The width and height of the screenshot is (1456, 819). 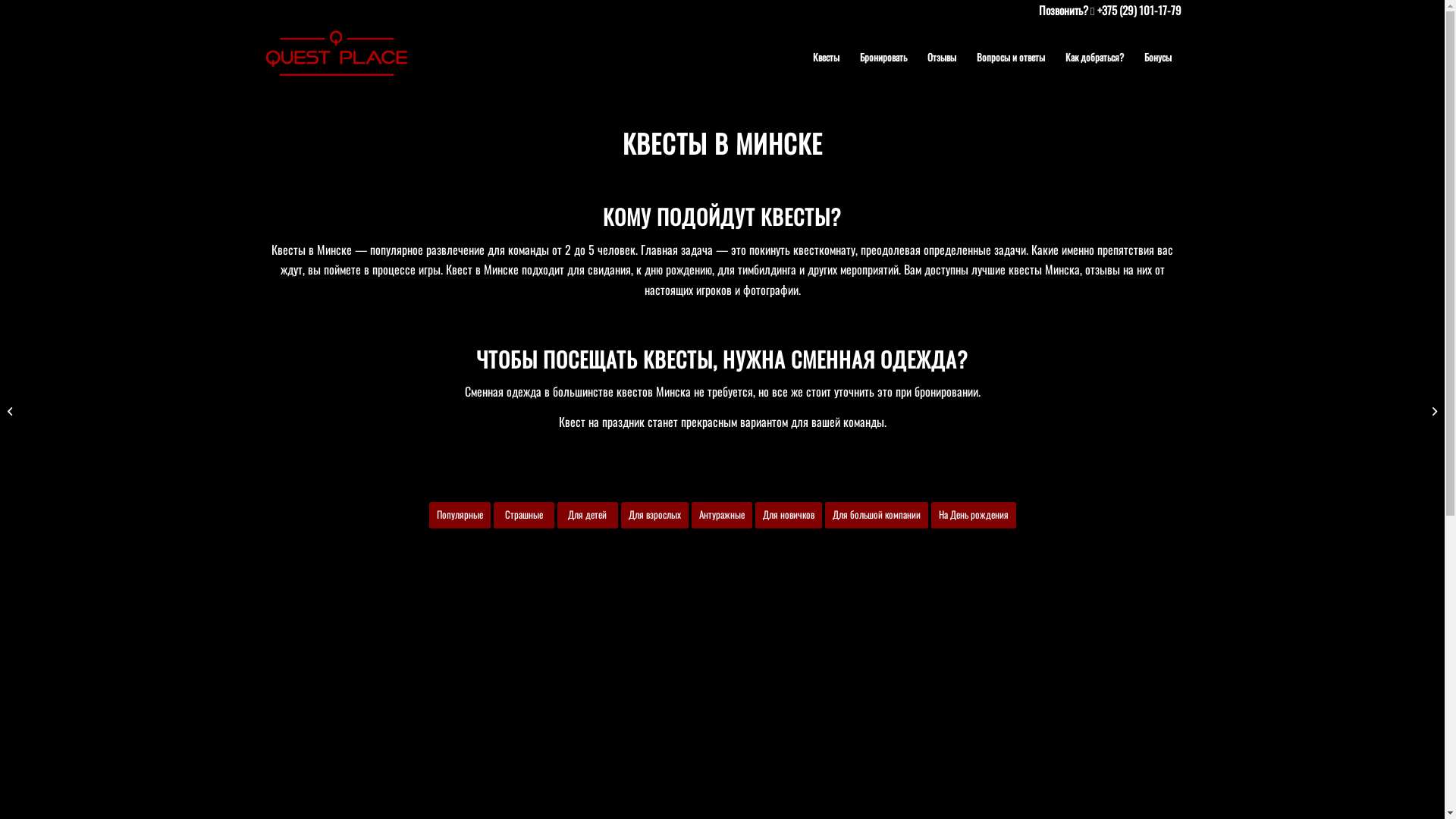 What do you see at coordinates (1138, 9) in the screenshot?
I see `'+375 (29) 101-17-79'` at bounding box center [1138, 9].